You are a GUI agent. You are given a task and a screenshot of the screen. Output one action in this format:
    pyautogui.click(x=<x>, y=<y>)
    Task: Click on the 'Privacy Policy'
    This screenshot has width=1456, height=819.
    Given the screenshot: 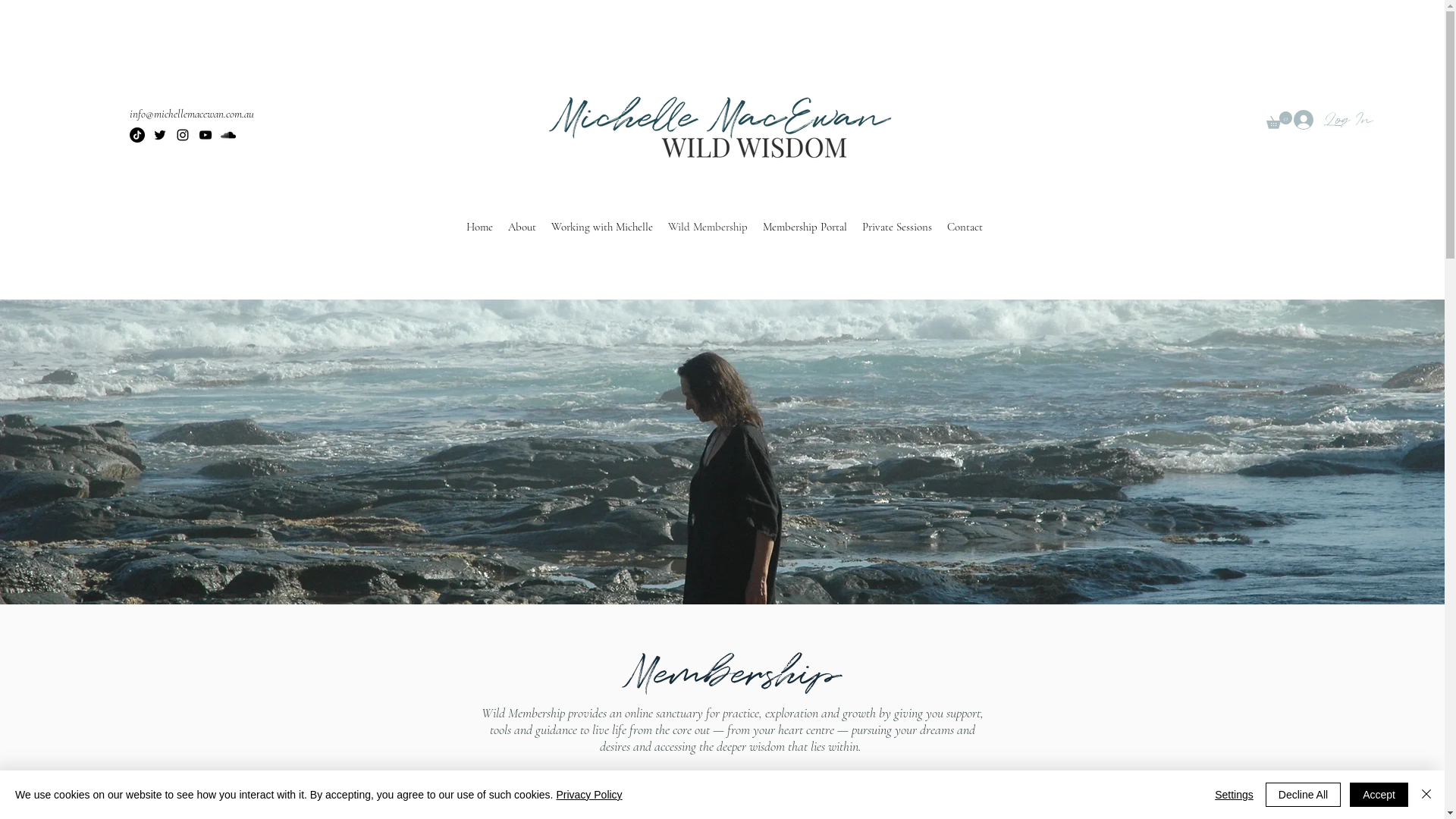 What is the action you would take?
    pyautogui.click(x=588, y=794)
    